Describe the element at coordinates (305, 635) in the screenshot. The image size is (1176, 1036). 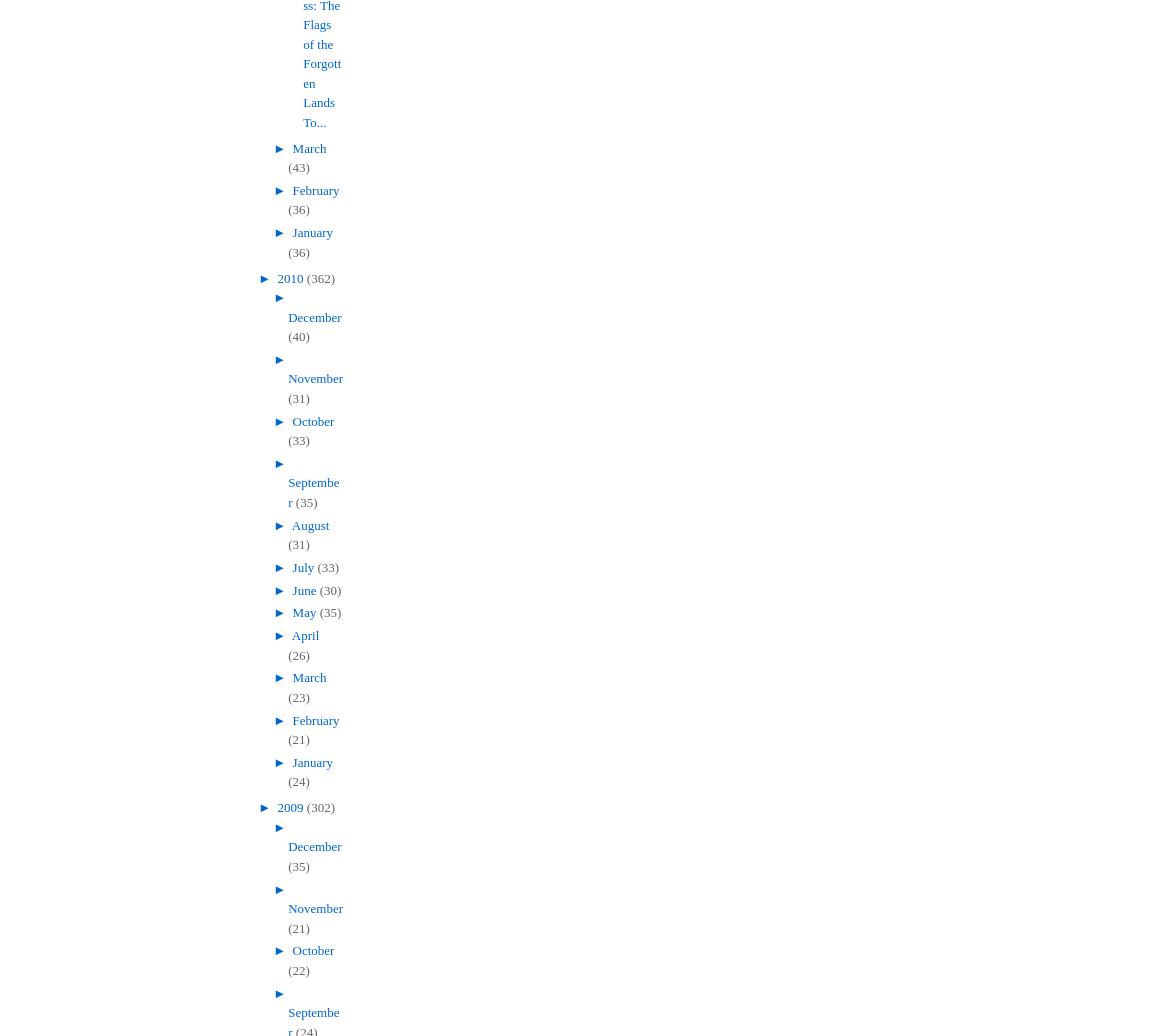
I see `'April'` at that location.